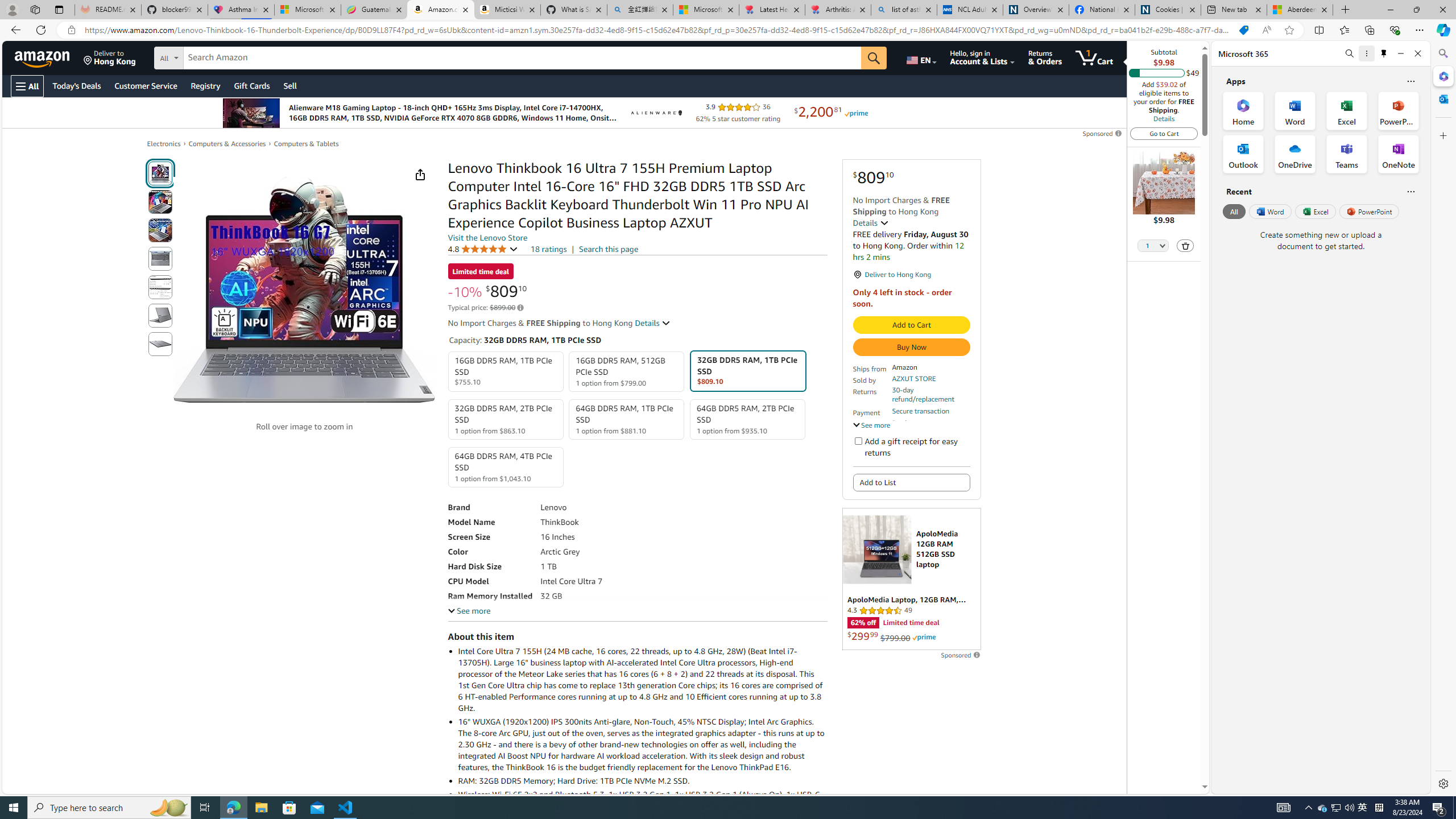 Image resolution: width=1456 pixels, height=819 pixels. Describe the element at coordinates (1243, 154) in the screenshot. I see `'Outlook Office App'` at that location.